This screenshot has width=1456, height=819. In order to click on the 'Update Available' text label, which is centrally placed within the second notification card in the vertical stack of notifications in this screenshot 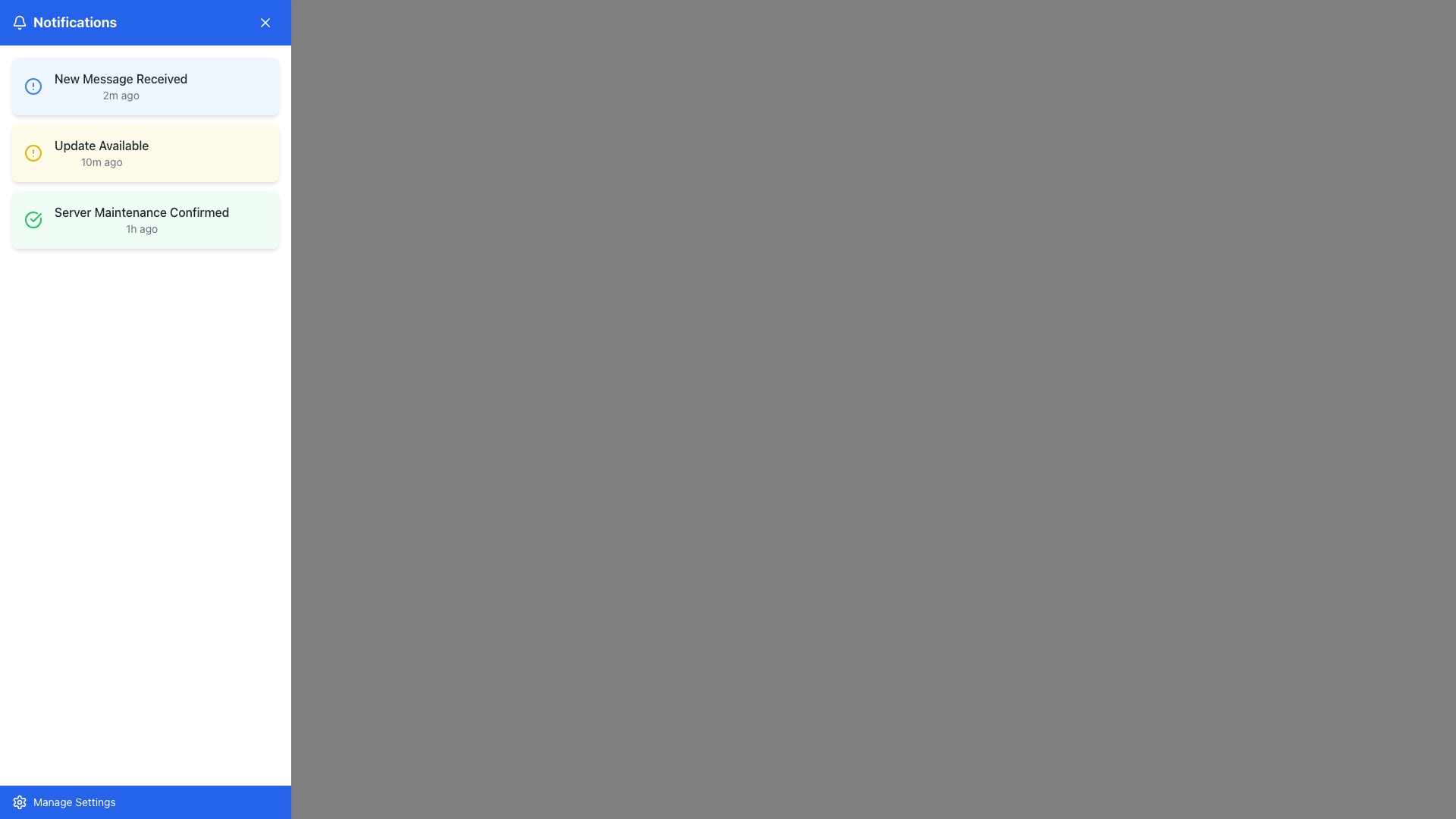, I will do `click(101, 146)`.